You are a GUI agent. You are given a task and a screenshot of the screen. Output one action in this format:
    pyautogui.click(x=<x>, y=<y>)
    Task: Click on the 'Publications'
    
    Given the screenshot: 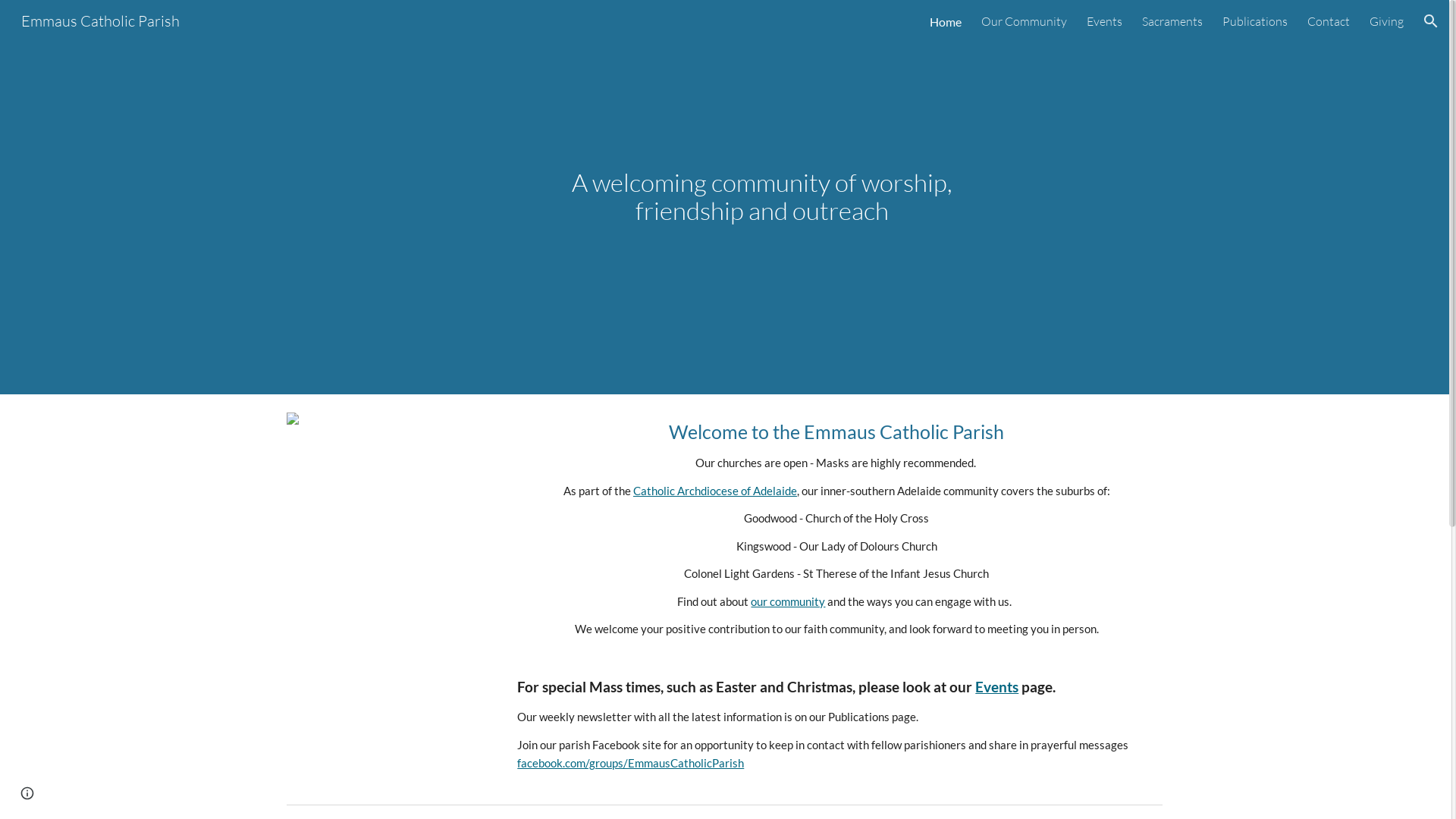 What is the action you would take?
    pyautogui.click(x=1255, y=20)
    